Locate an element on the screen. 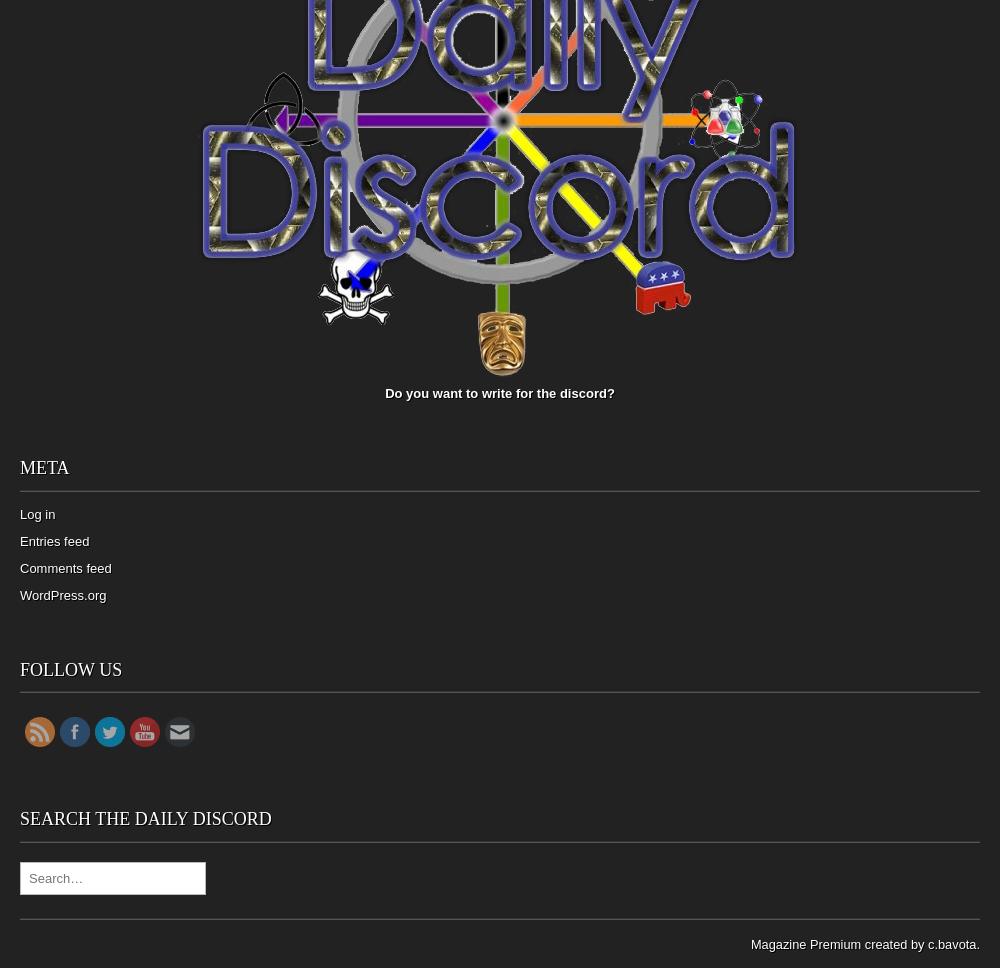 Image resolution: width=1000 pixels, height=968 pixels. 'created by' is located at coordinates (894, 942).